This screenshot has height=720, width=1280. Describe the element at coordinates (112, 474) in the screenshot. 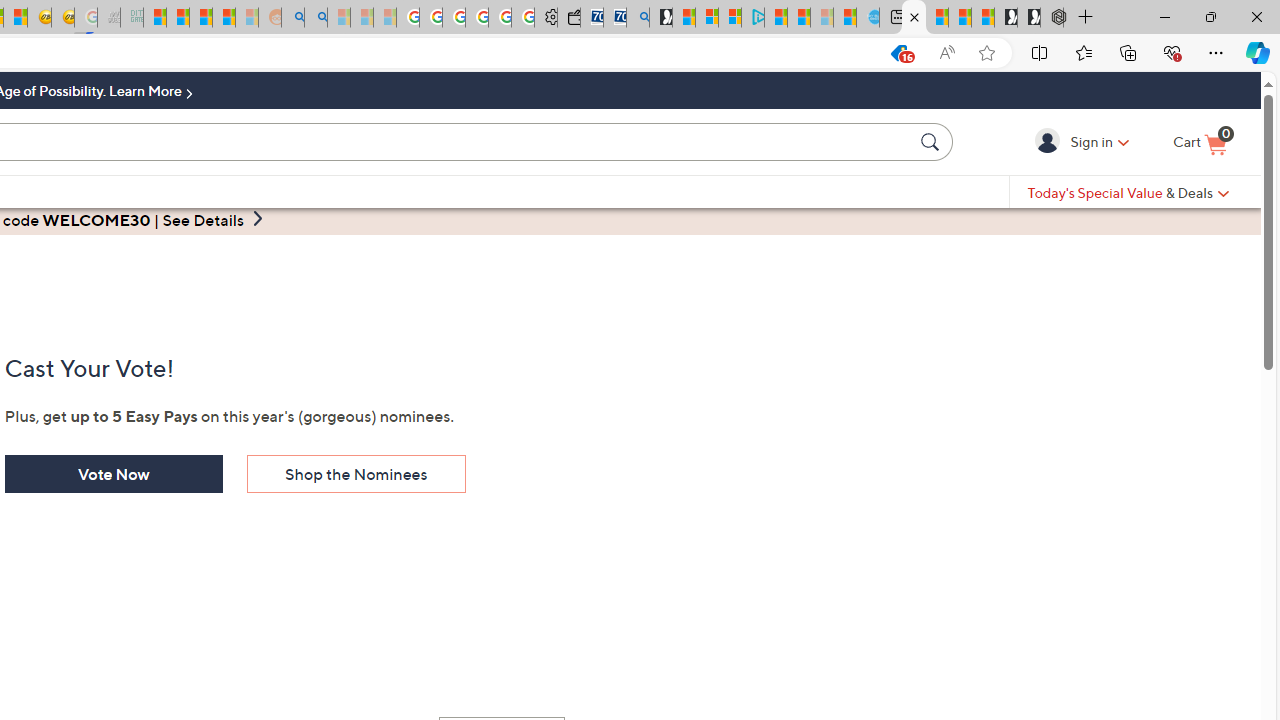

I see `'Vote Now'` at that location.